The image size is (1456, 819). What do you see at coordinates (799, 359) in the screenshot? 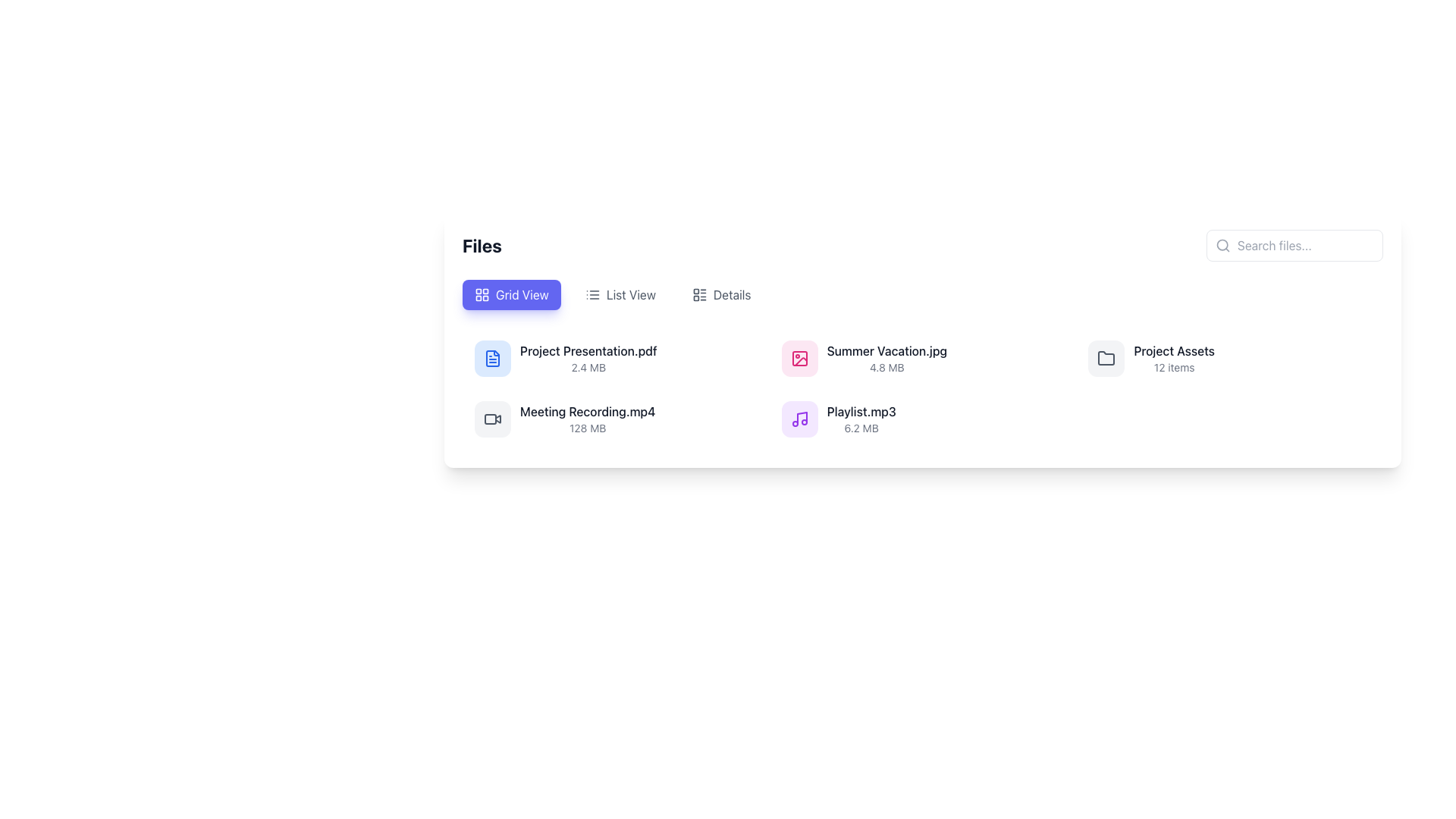
I see `the central rectangle of the SVG icon that represents an image placeholder, located near the 'Summer Vacation.jpg' label` at bounding box center [799, 359].